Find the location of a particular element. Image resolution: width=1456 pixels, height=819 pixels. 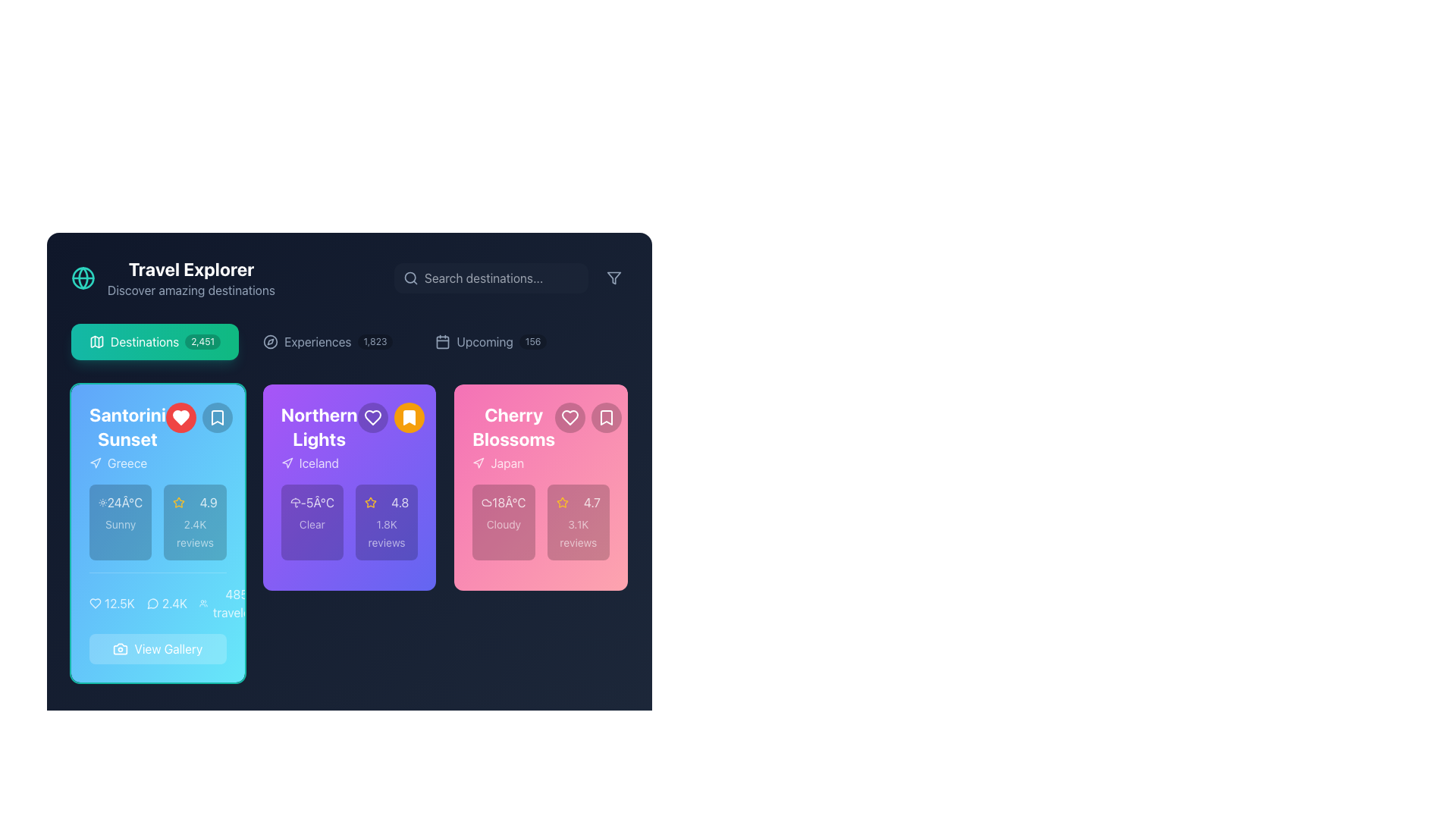

the button located at the bottom center of the 'Santorini Sunset' card is located at coordinates (158, 648).